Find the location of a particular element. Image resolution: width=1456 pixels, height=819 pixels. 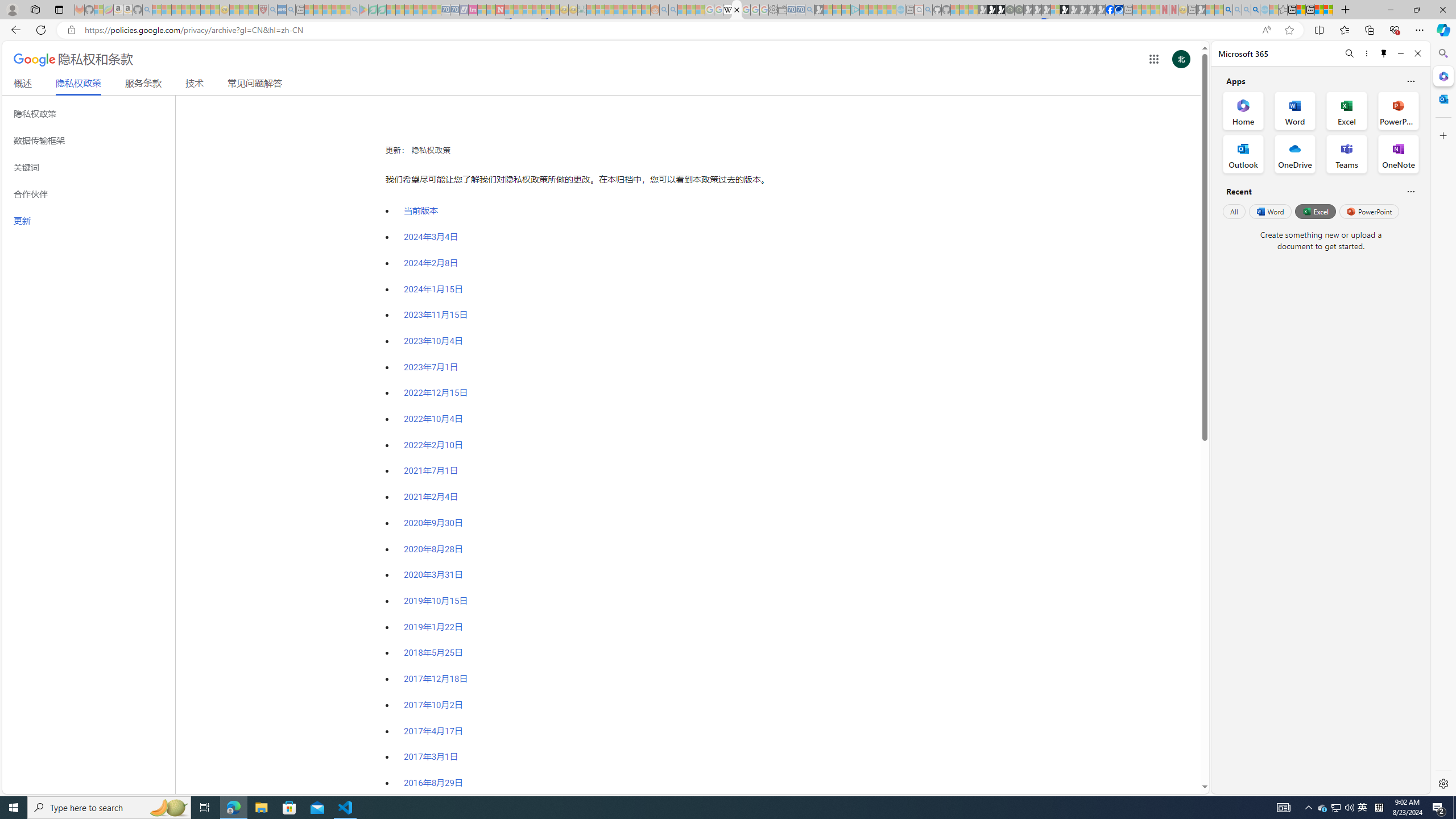

'Kinda Frugal - MSN - Sleeping' is located at coordinates (628, 9).